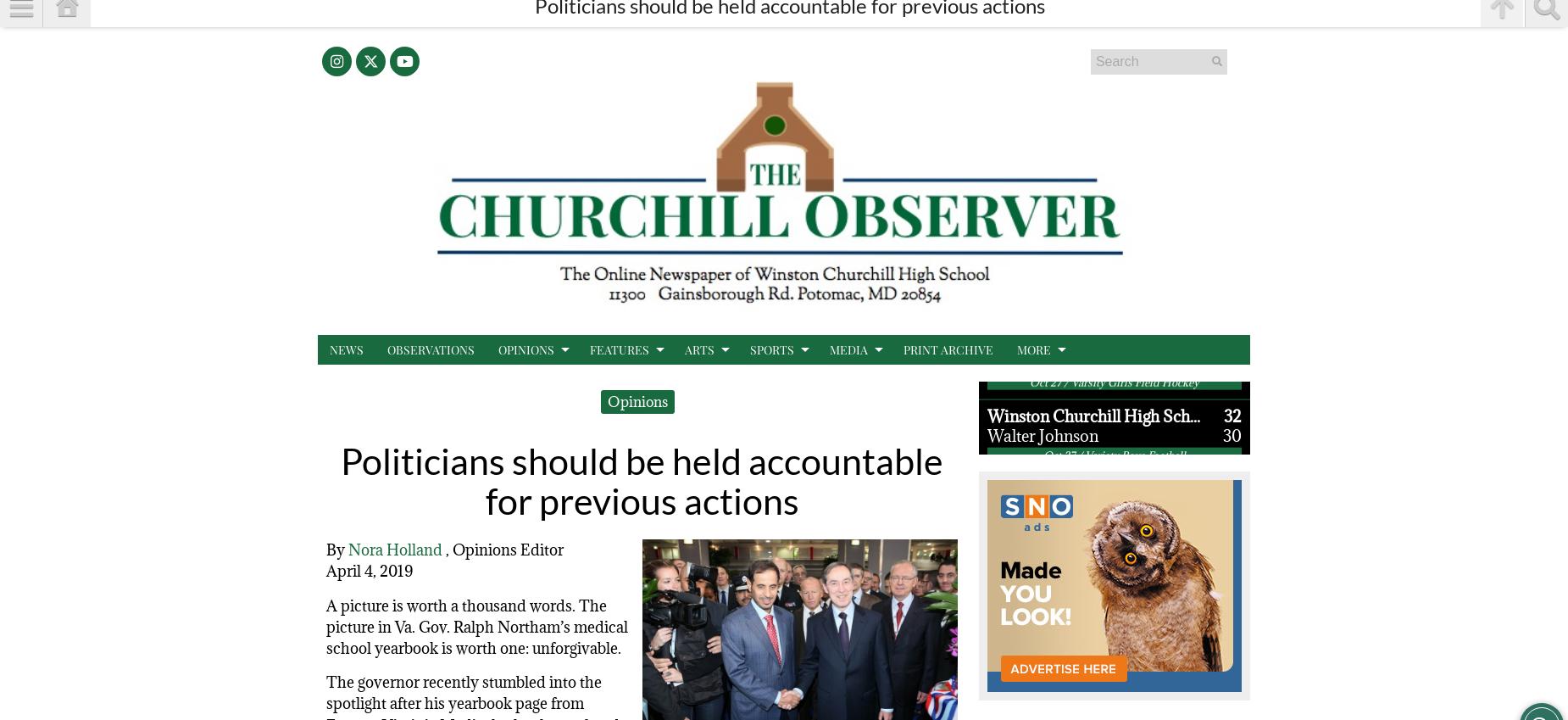 This screenshot has height=720, width=1568. Describe the element at coordinates (1113, 363) in the screenshot. I see `'Oct 27 / Varsity Girls Field Hockey'` at that location.